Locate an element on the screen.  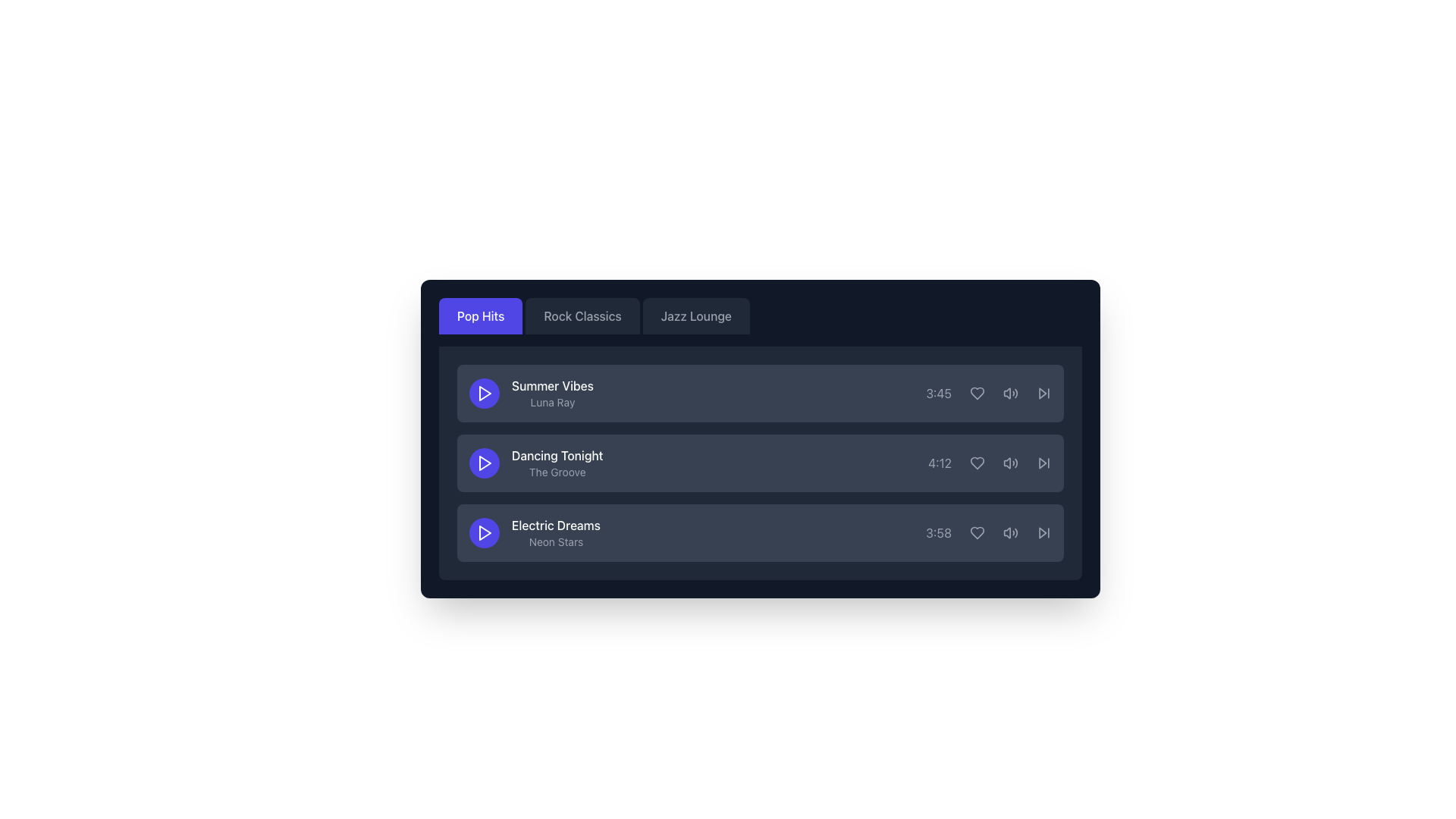
the play button located on the left side of the third list item for the media track 'Electric Dreams' by 'Neon Stars' is located at coordinates (483, 532).